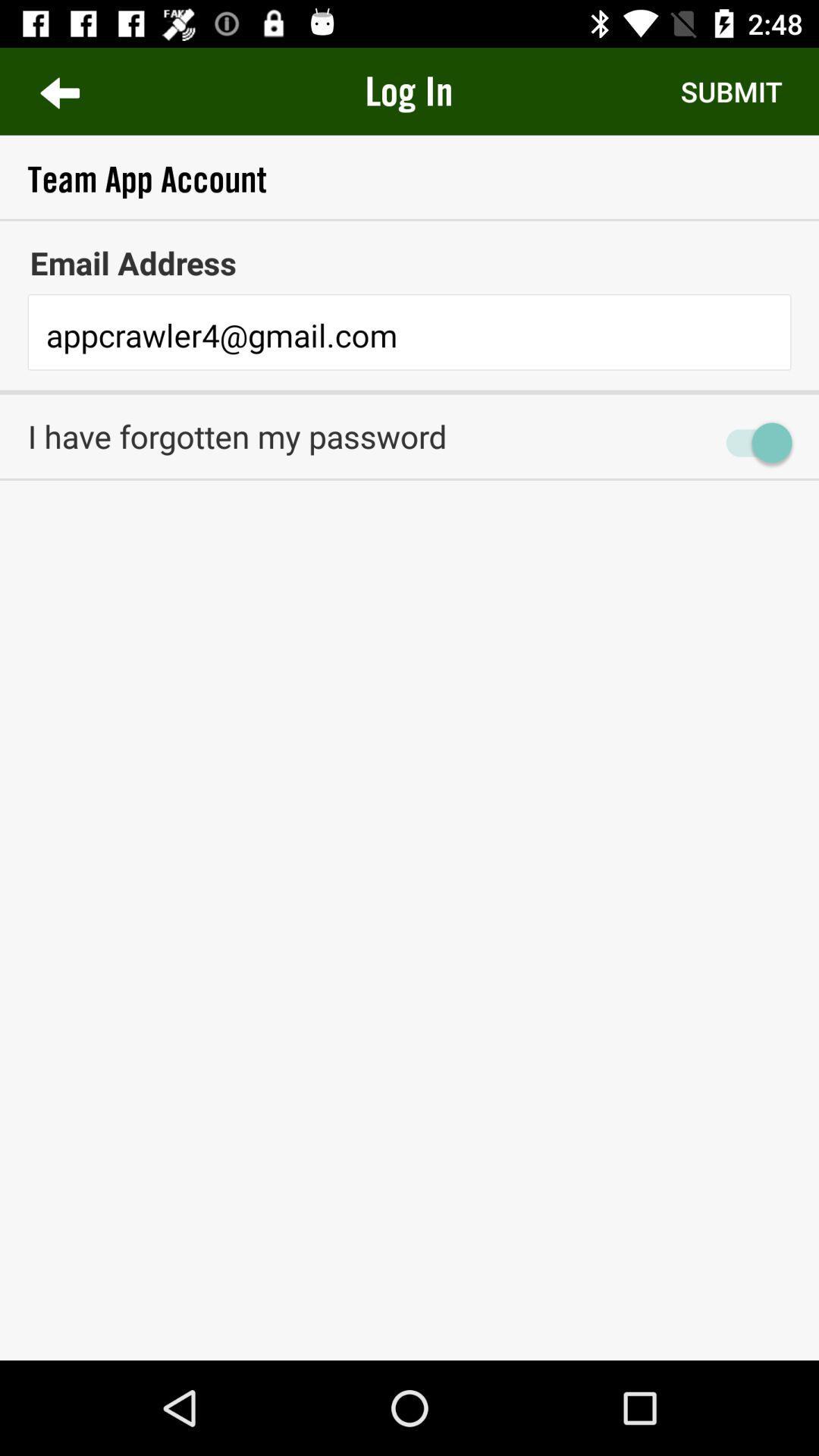 The image size is (819, 1456). I want to click on the icon next to log in item, so click(58, 90).